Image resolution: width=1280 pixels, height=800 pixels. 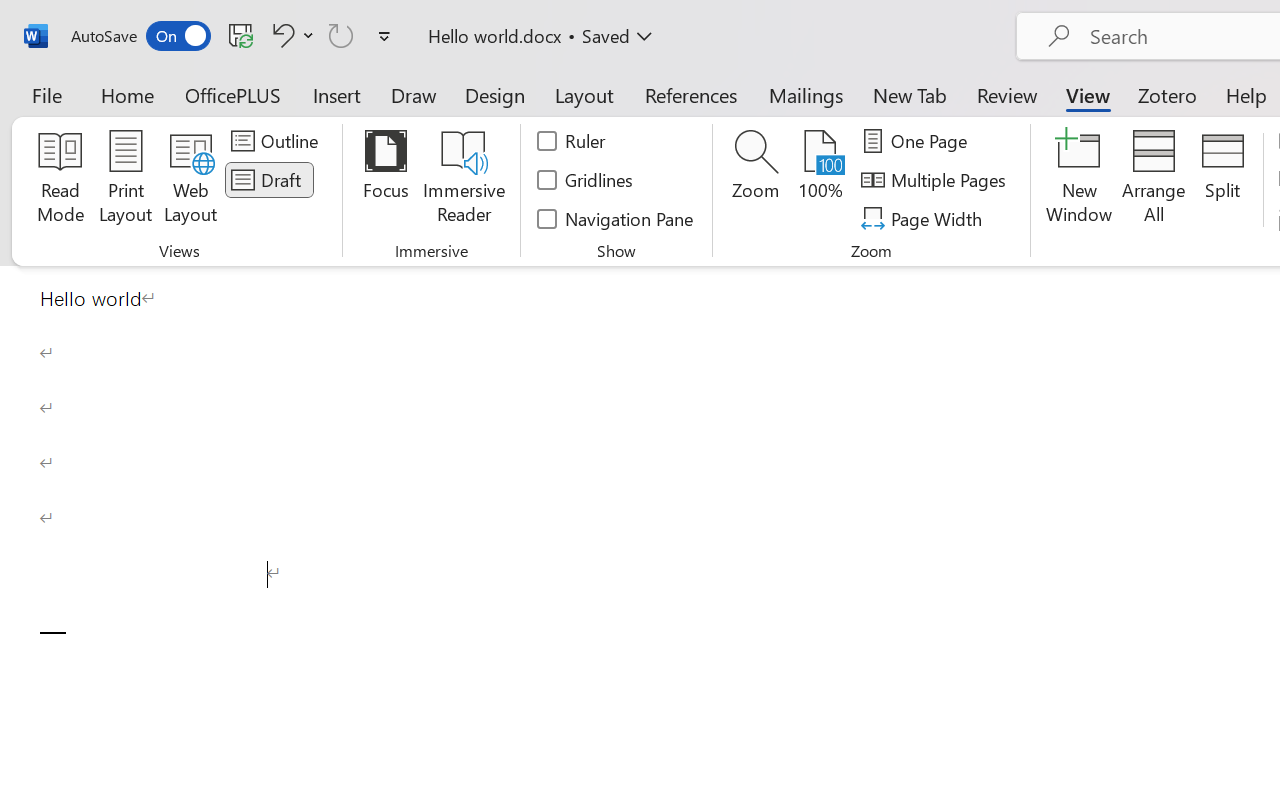 I want to click on 'Ruler', so click(x=571, y=141).